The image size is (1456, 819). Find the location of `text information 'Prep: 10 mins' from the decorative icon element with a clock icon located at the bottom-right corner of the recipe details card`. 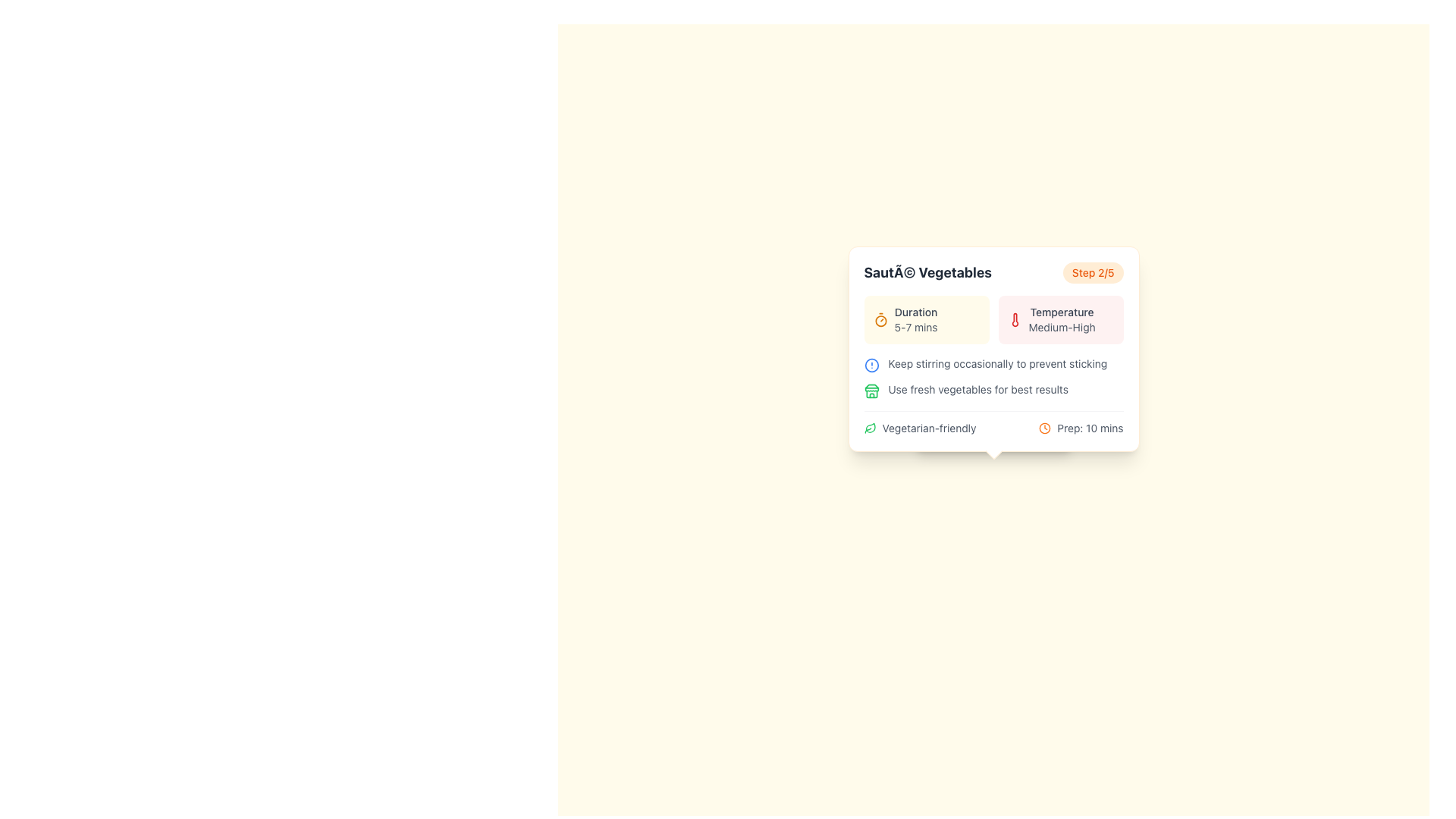

text information 'Prep: 10 mins' from the decorative icon element with a clock icon located at the bottom-right corner of the recipe details card is located at coordinates (1080, 428).